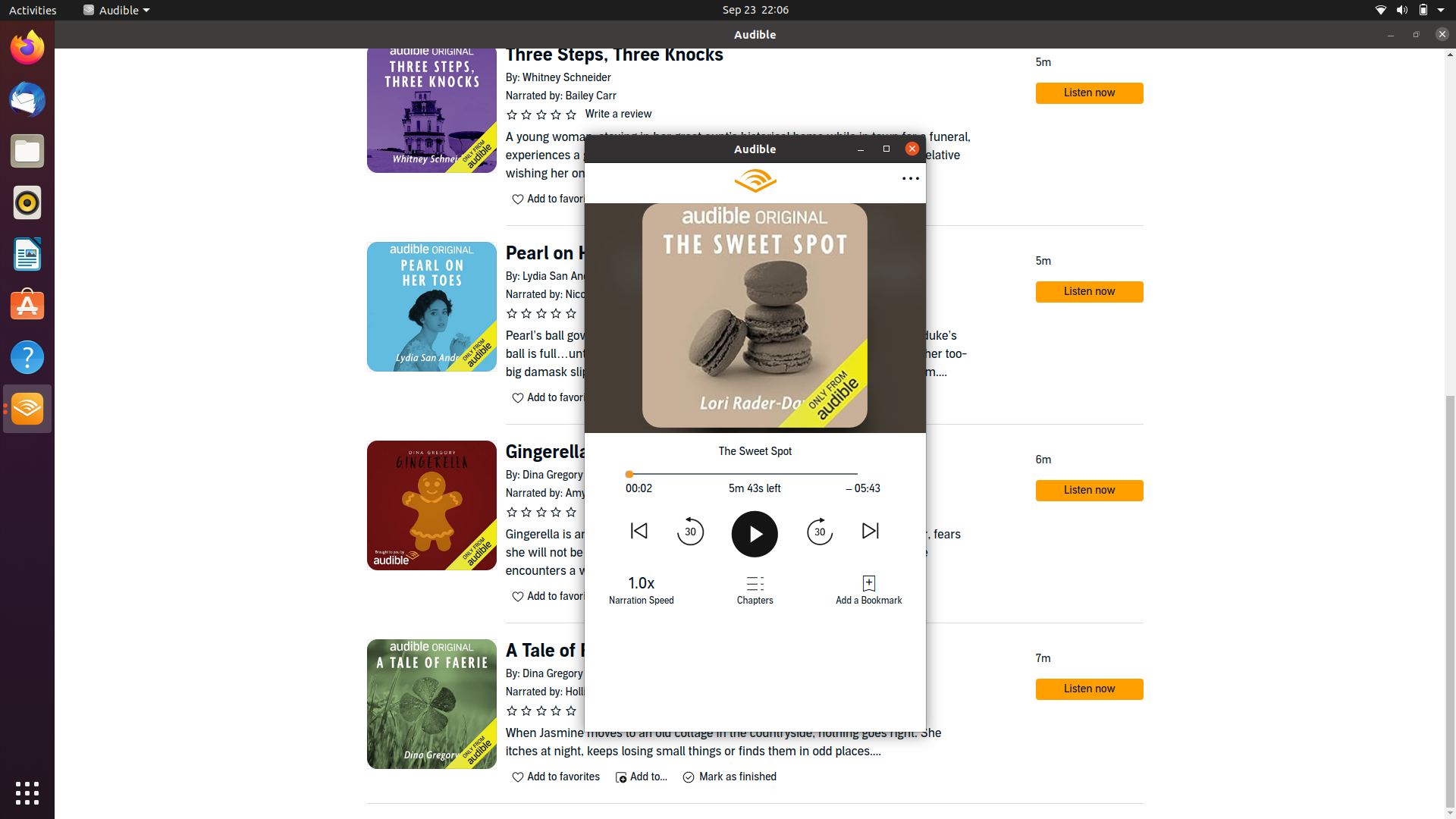 This screenshot has height=819, width=1456. Describe the element at coordinates (868, 589) in the screenshot. I see `Save current page to bookmark list` at that location.